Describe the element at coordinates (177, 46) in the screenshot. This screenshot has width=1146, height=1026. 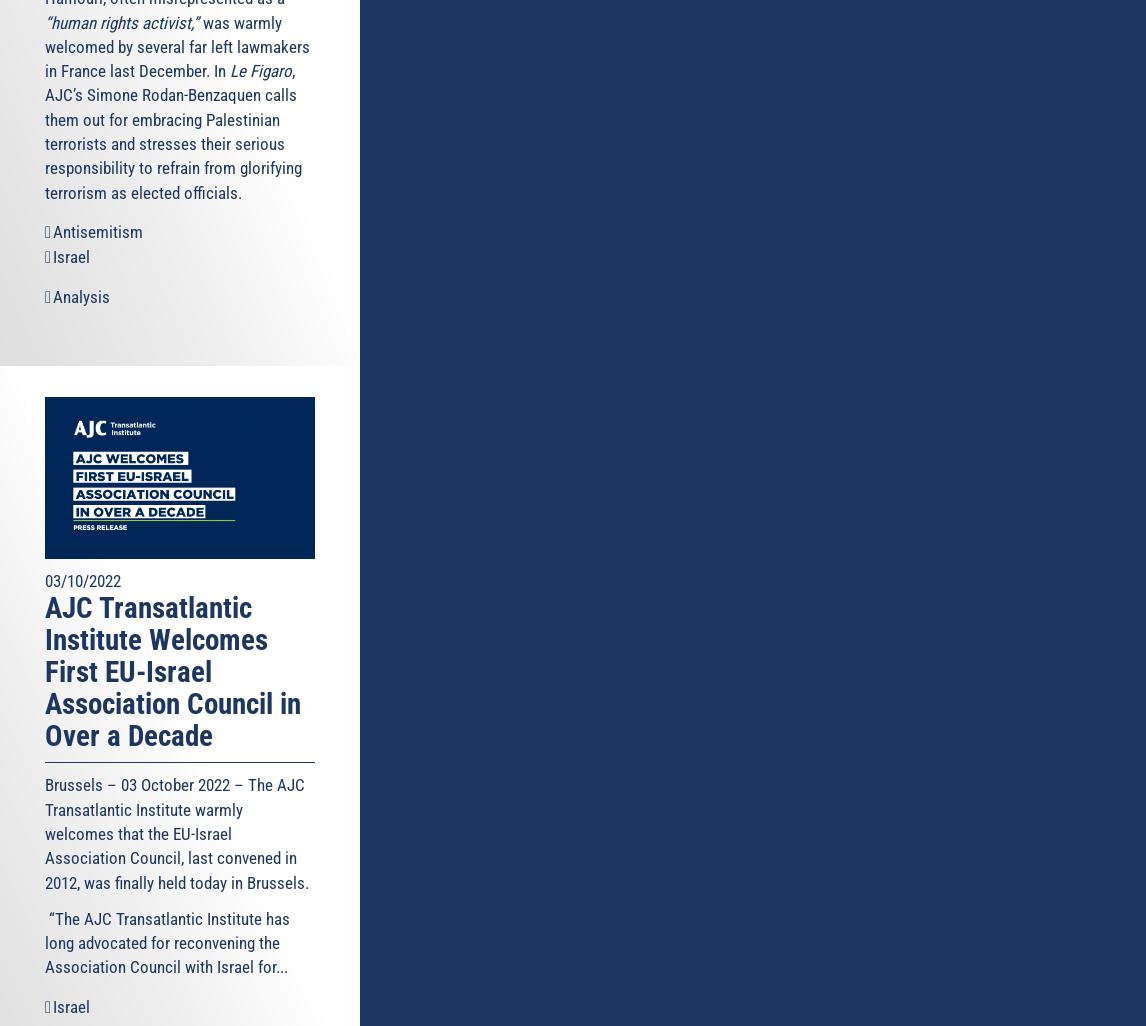
I see `'was warmly welcomed by several far left lawmakers in France last December. In'` at that location.